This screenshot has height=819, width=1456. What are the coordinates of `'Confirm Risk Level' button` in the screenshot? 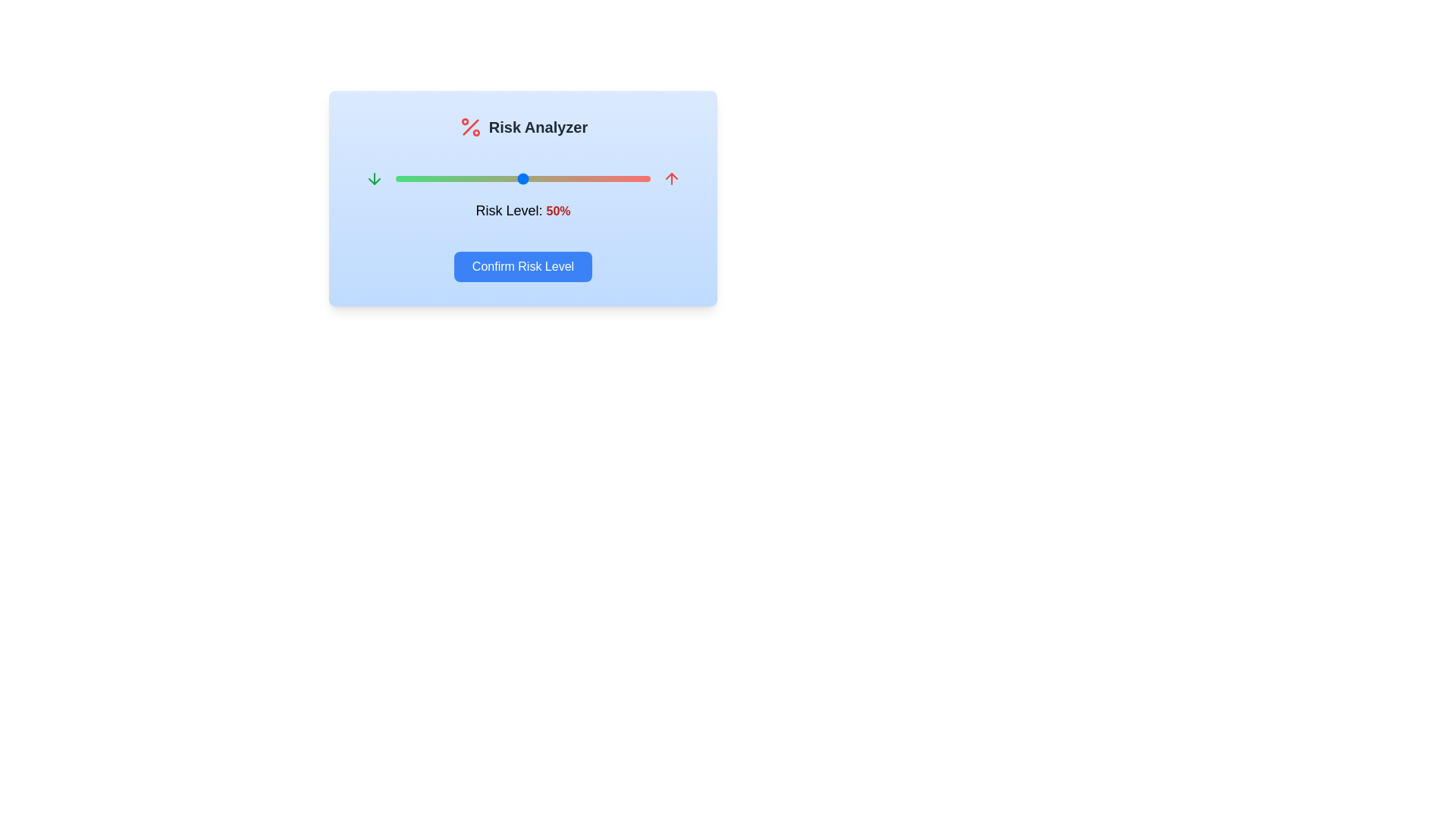 It's located at (523, 265).